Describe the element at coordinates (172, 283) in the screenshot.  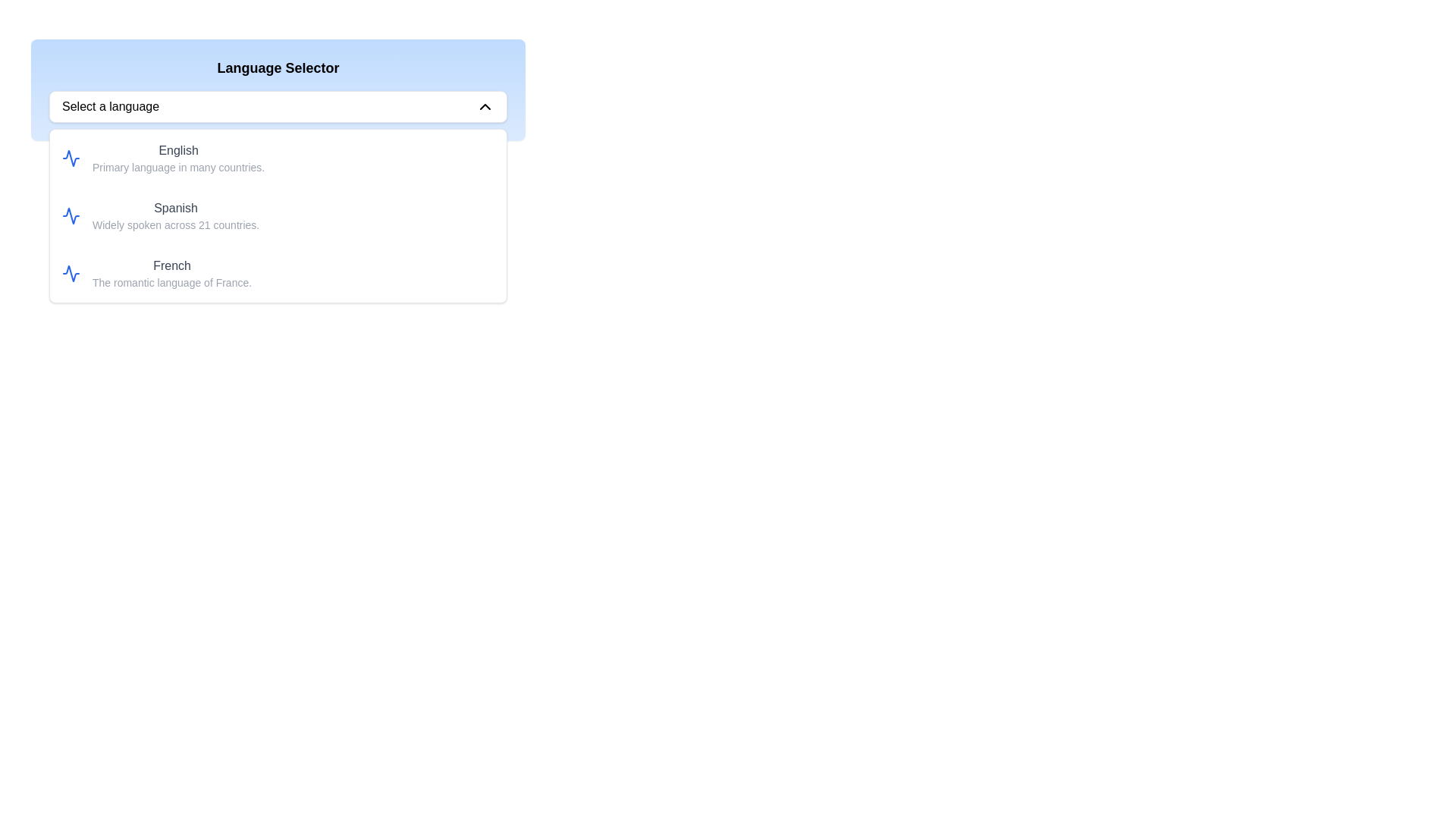
I see `text content of the label displaying 'The romantic language of France.' positioned below the 'French' text in the language dropdown` at that location.